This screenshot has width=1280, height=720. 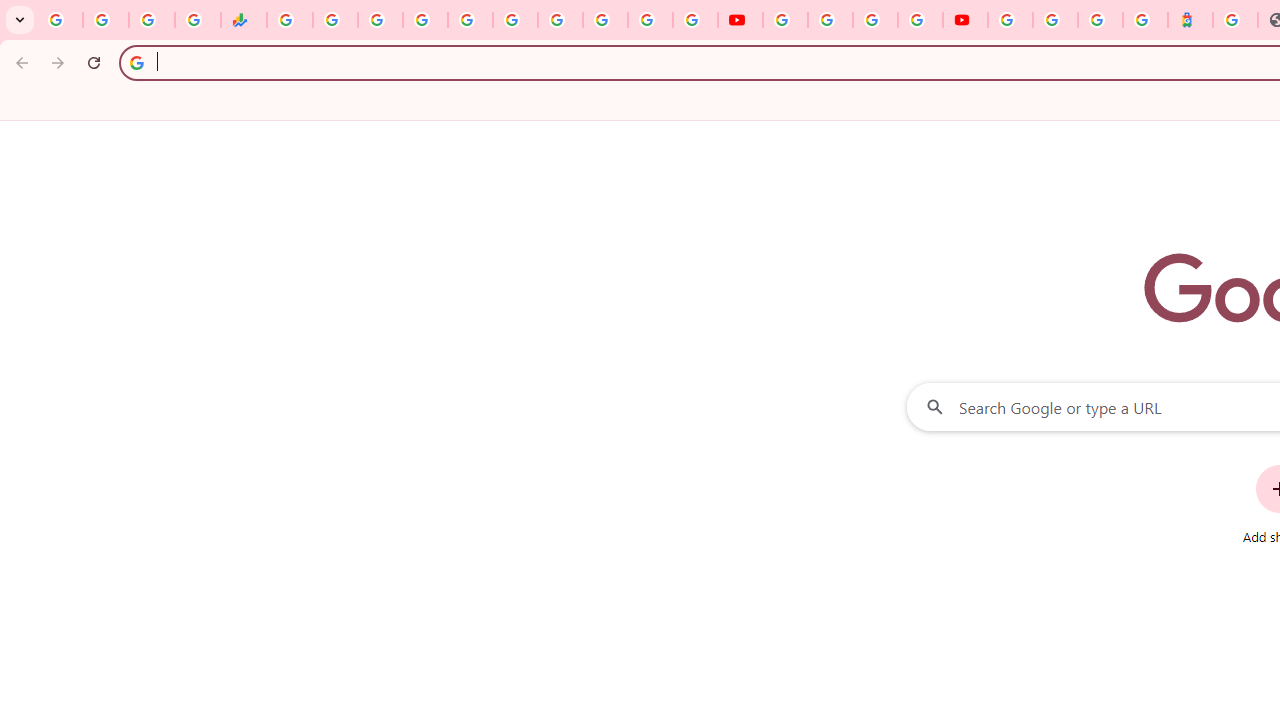 I want to click on 'Atour Hotel - Google hotels', so click(x=1190, y=20).